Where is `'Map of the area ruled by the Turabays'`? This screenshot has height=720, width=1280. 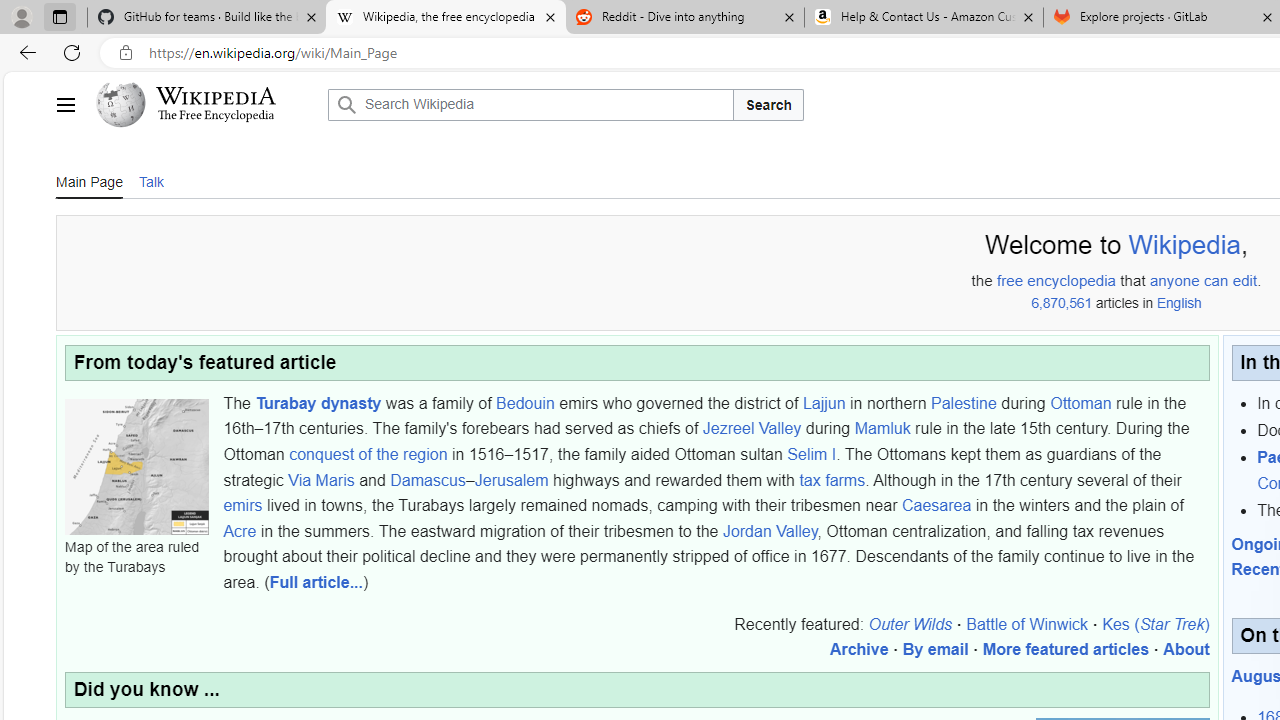 'Map of the area ruled by the Turabays' is located at coordinates (135, 466).